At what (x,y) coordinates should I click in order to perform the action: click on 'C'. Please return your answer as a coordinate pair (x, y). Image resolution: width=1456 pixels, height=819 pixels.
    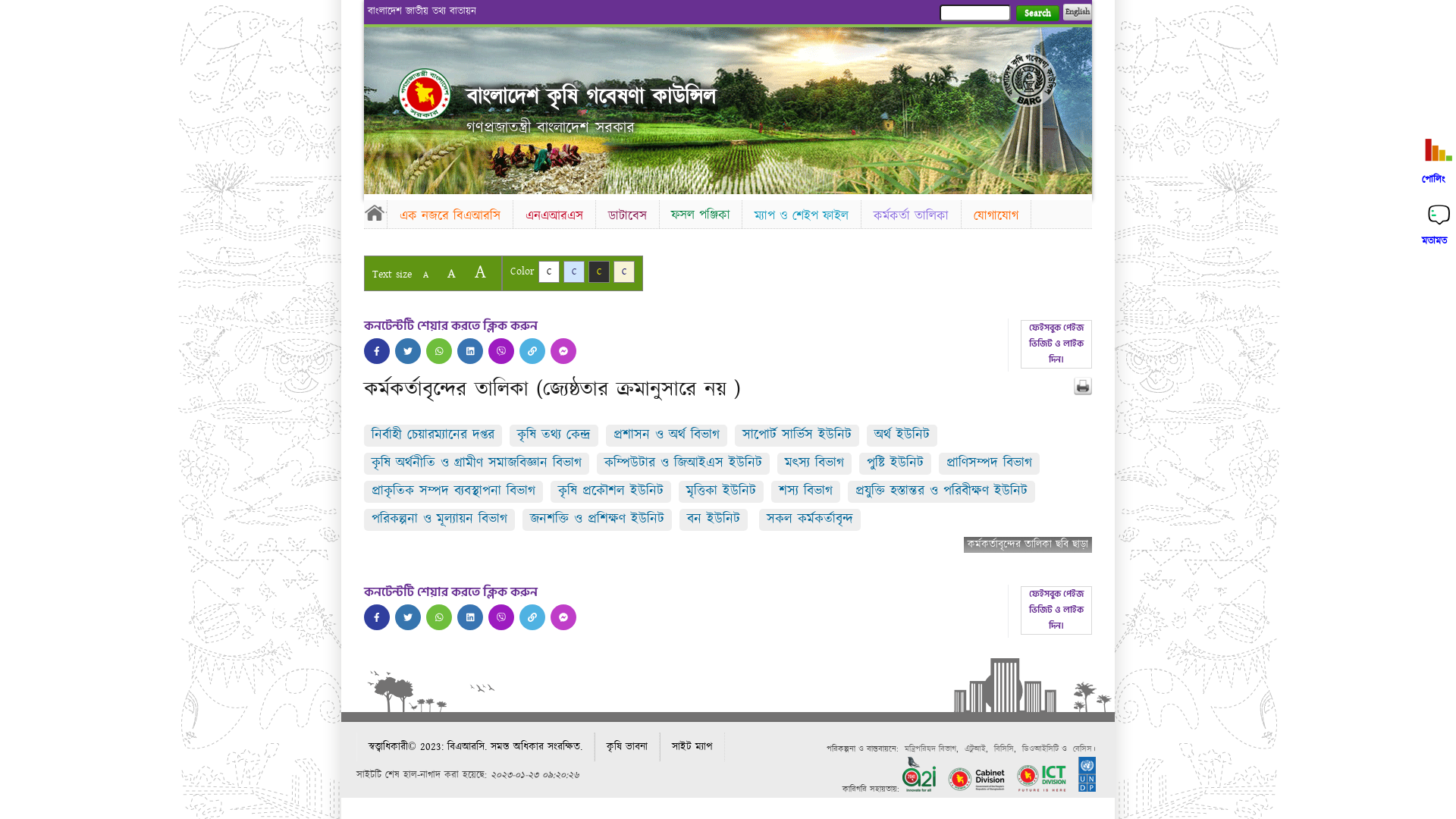
    Looking at the image, I should click on (573, 271).